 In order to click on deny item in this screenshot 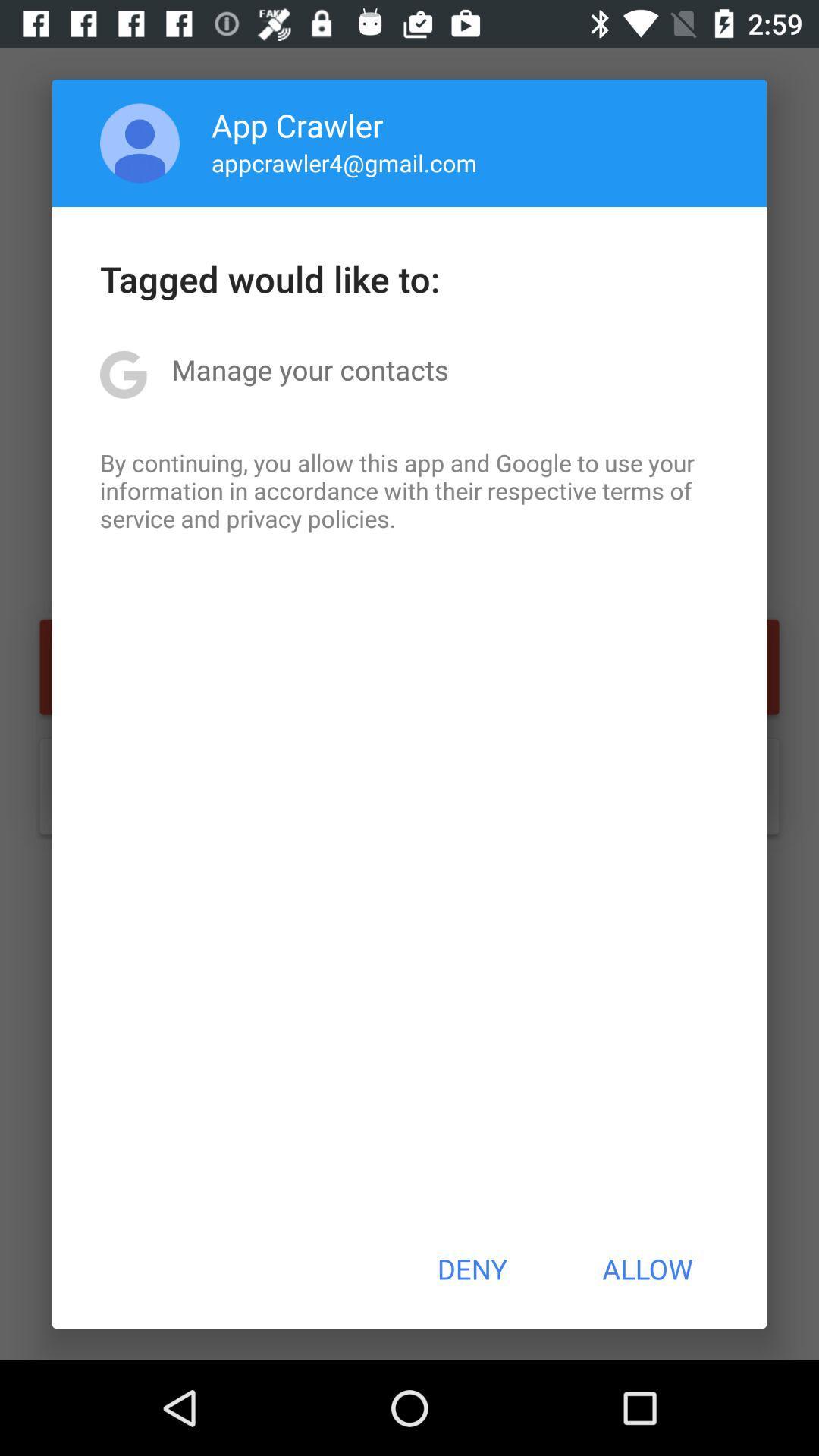, I will do `click(471, 1269)`.